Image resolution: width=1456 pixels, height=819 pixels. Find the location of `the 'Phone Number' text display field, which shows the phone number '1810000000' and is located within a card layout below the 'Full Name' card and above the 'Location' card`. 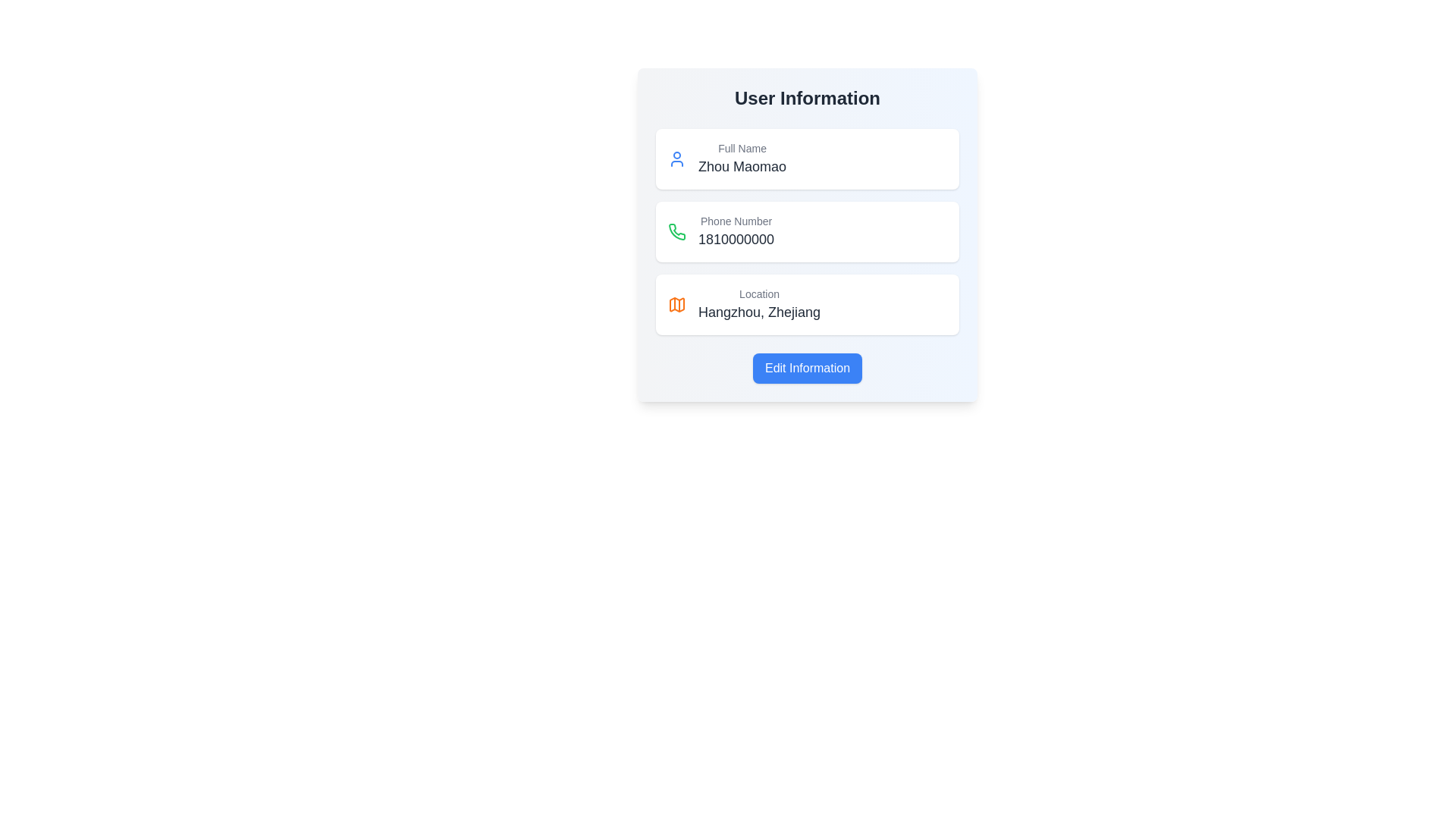

the 'Phone Number' text display field, which shows the phone number '1810000000' and is located within a card layout below the 'Full Name' card and above the 'Location' card is located at coordinates (736, 231).